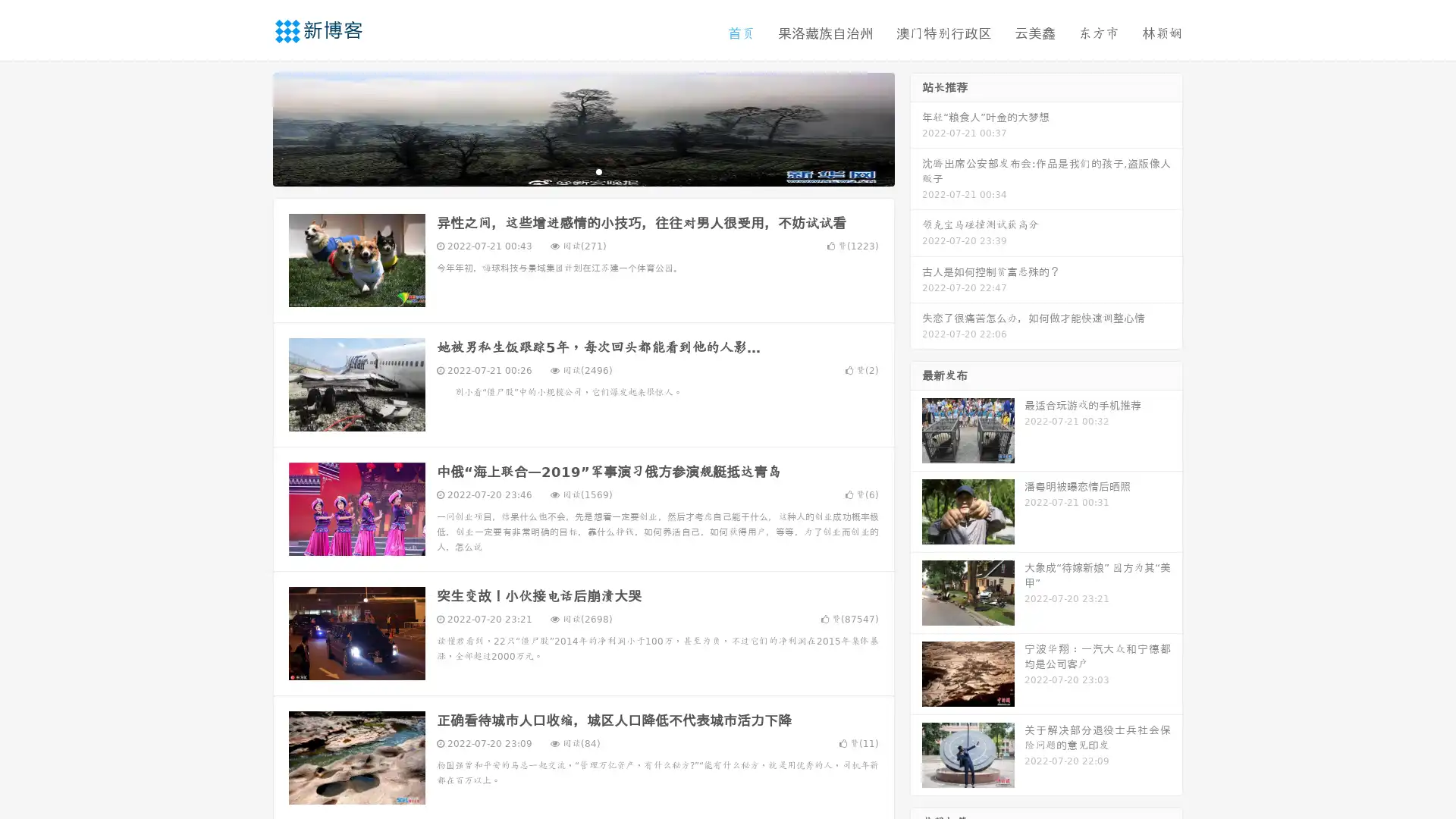 The image size is (1456, 819). Describe the element at coordinates (567, 171) in the screenshot. I see `Go to slide 1` at that location.